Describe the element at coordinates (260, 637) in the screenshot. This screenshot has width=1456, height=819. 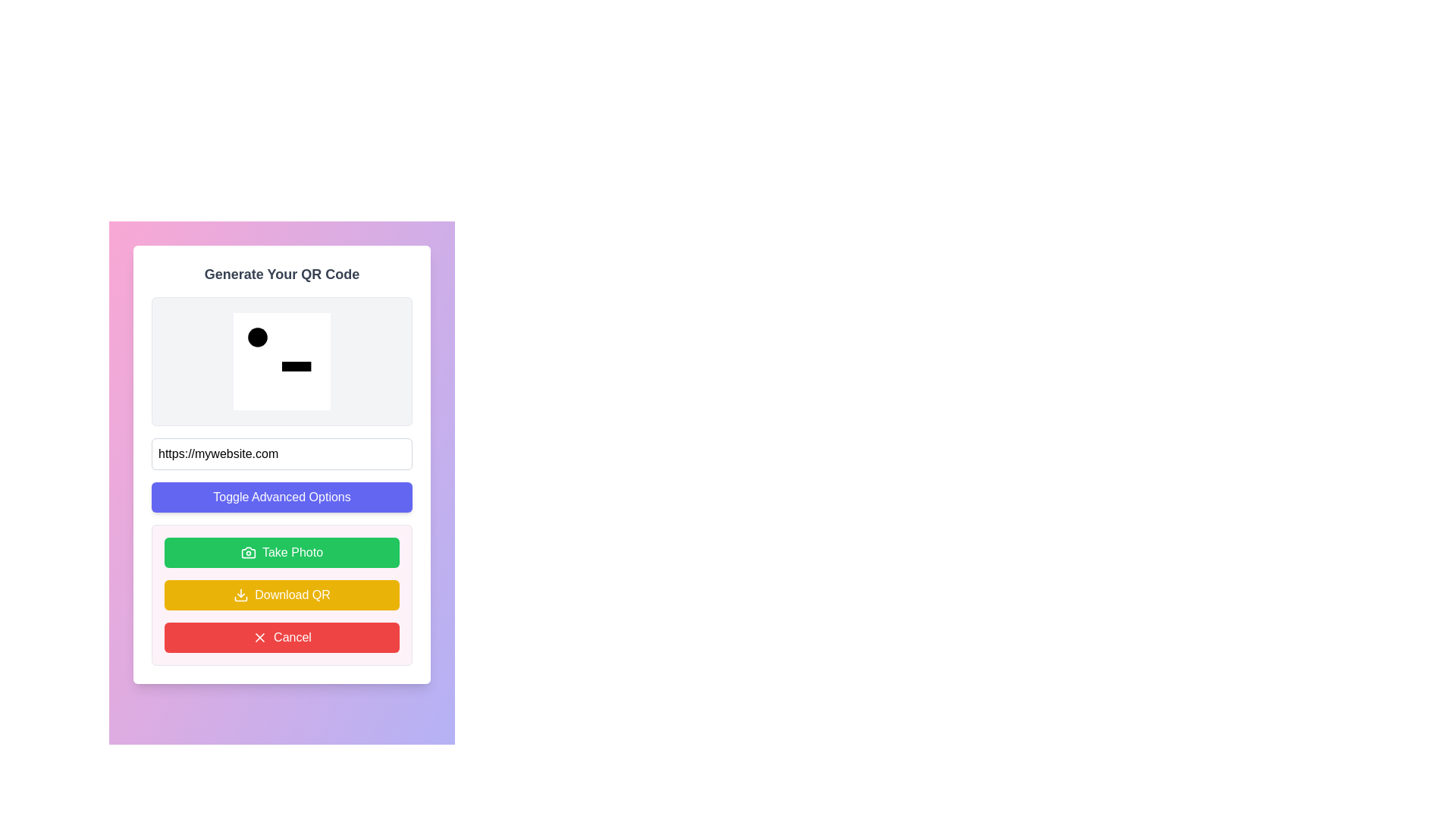
I see `the 'X' shaped icon in the top-right corner of the modal interface for additional visual feedback` at that location.